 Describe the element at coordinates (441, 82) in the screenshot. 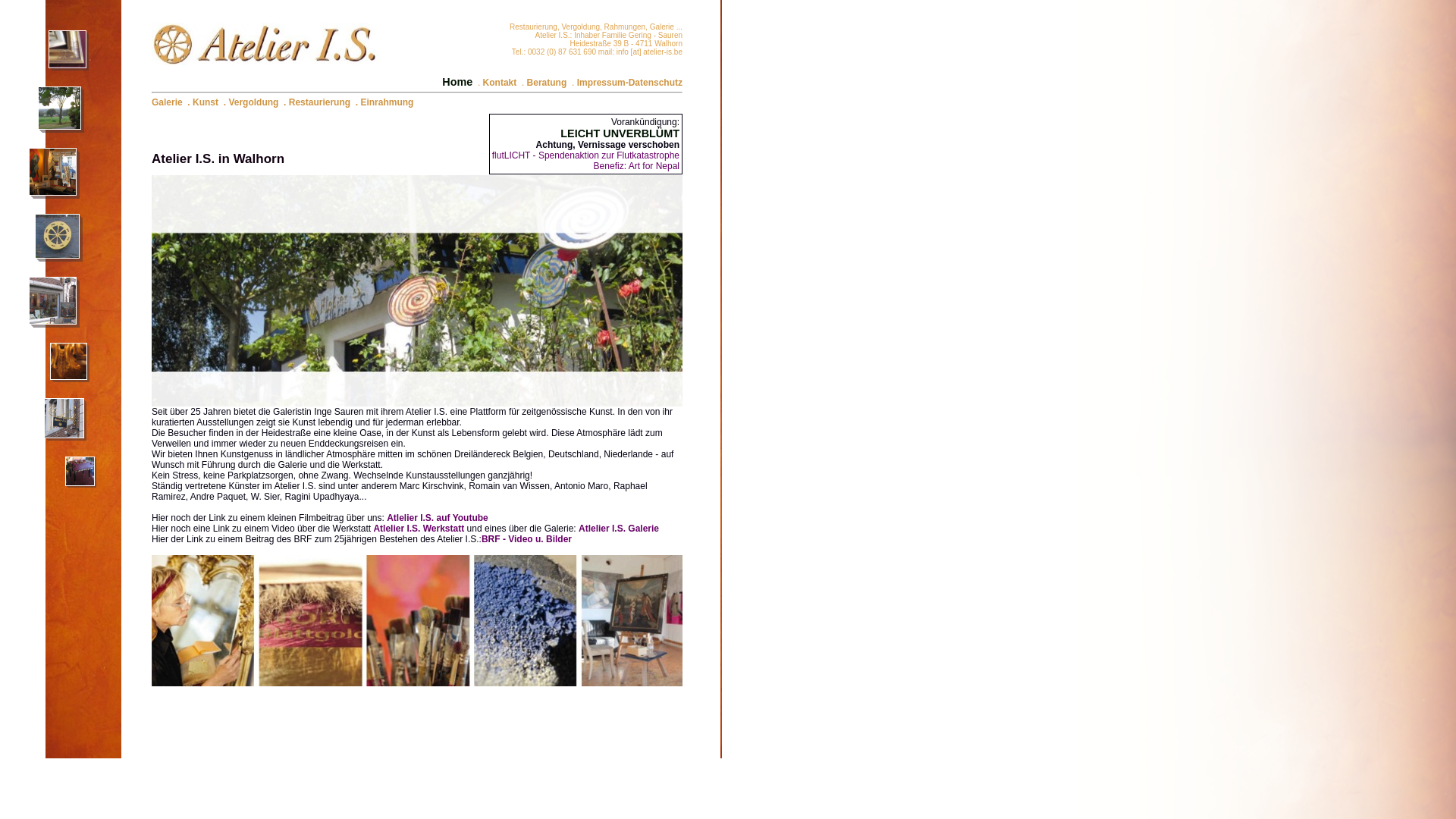

I see `'Home'` at that location.